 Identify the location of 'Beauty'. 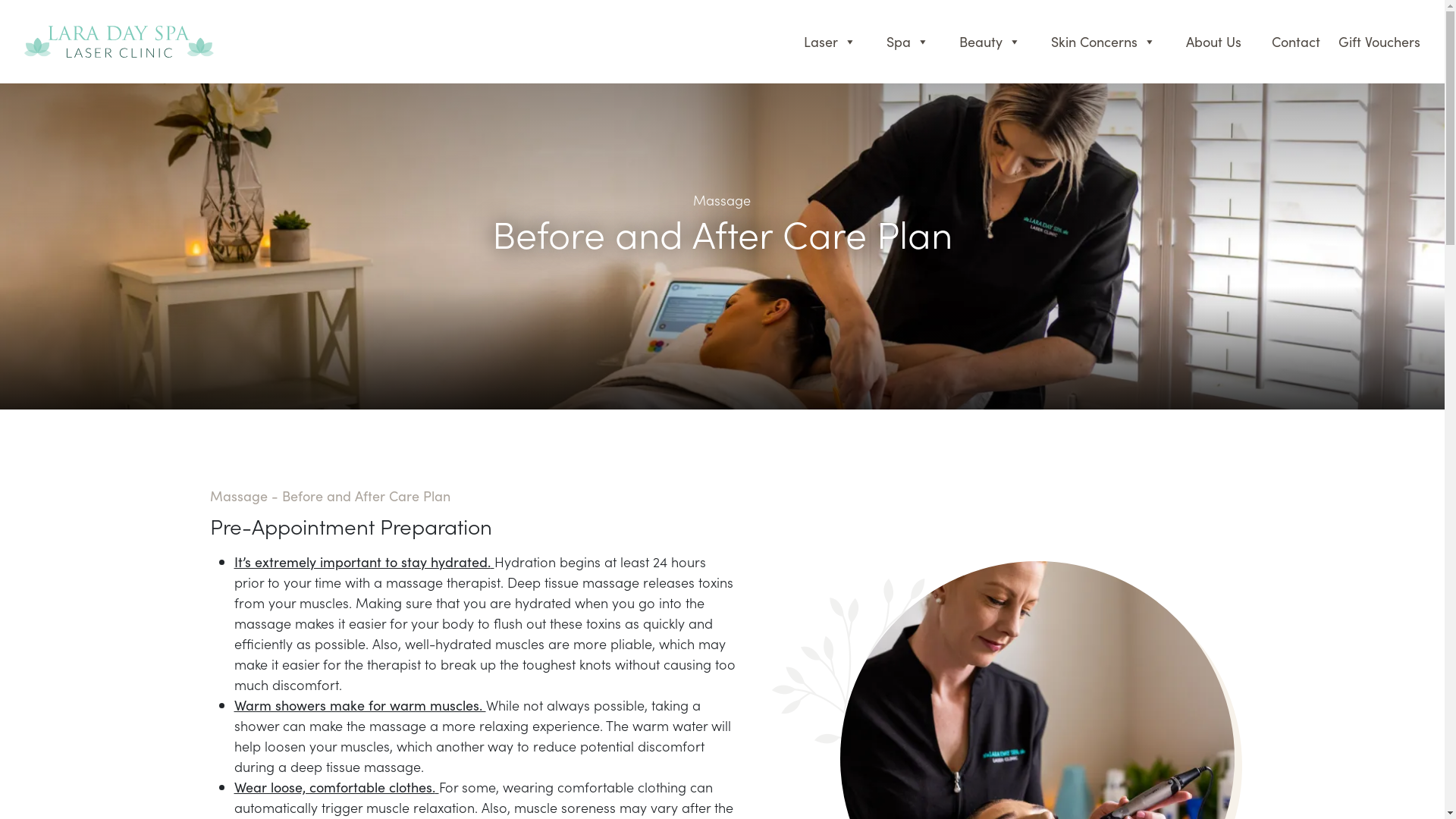
(943, 40).